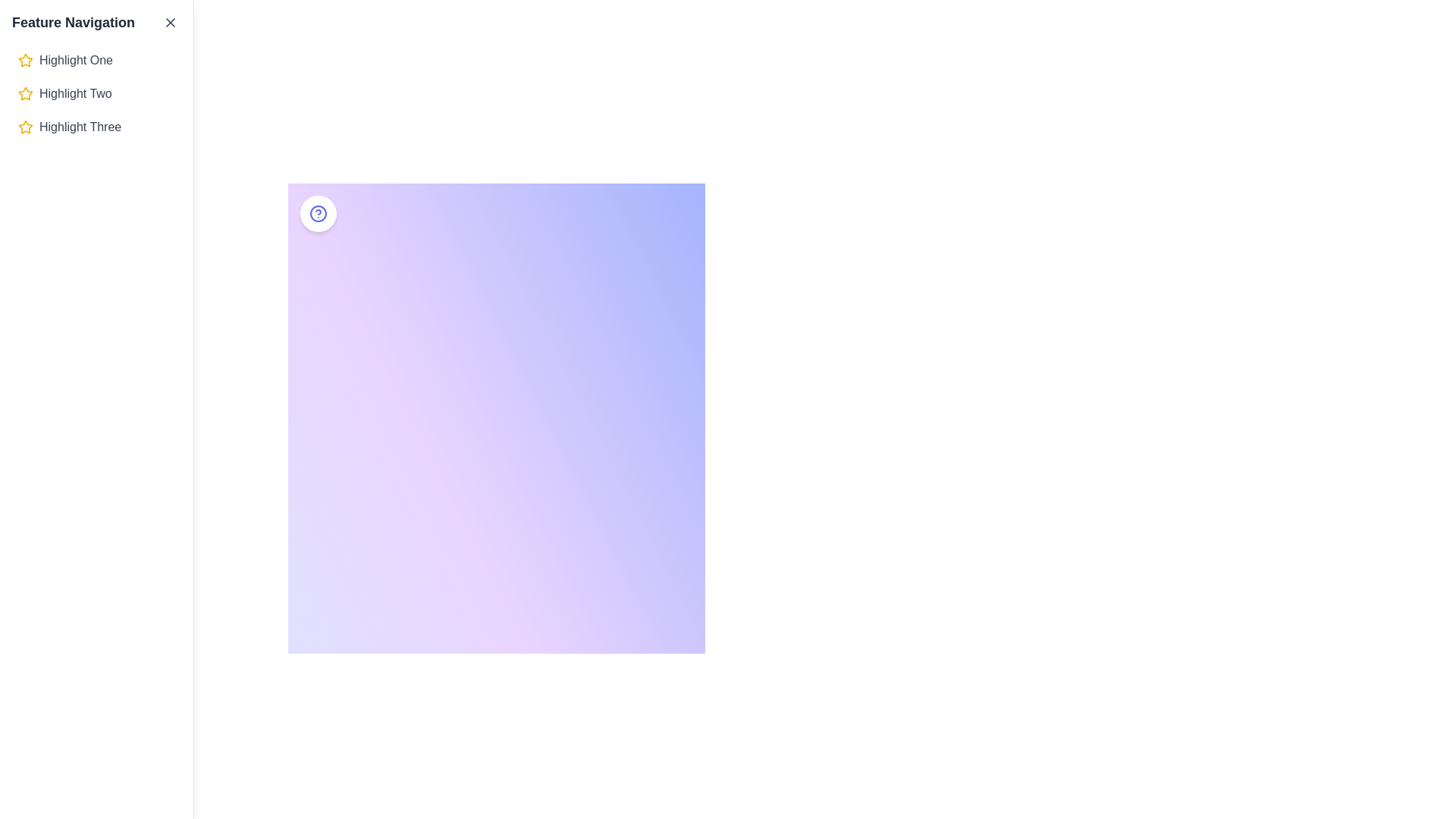 The height and width of the screenshot is (819, 1456). What do you see at coordinates (318, 213) in the screenshot?
I see `the interactive help button located at the top-left corner of the gradient background area to observe any hover-specific effects` at bounding box center [318, 213].